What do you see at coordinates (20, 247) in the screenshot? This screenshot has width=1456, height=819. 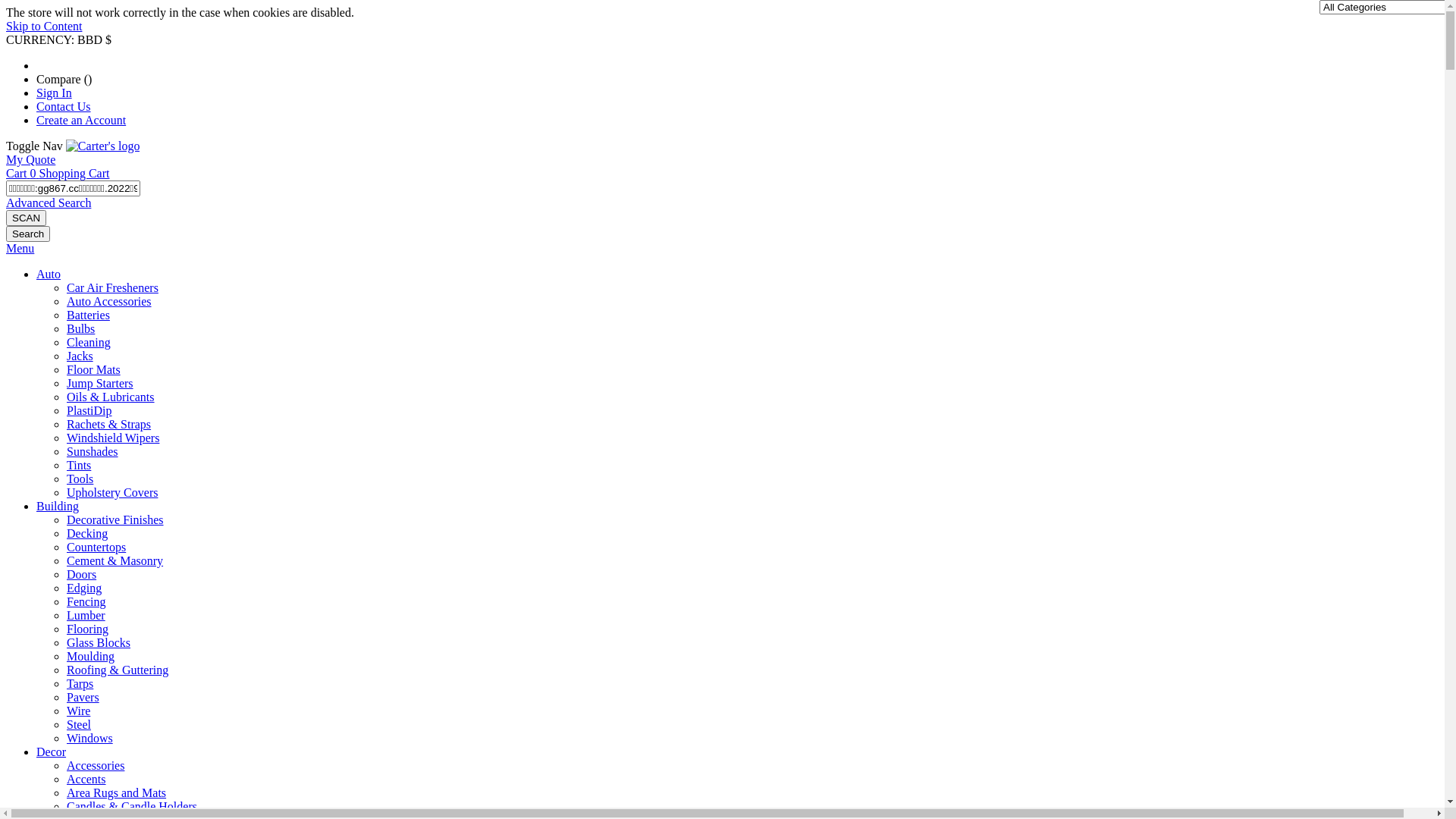 I see `'Menu'` at bounding box center [20, 247].